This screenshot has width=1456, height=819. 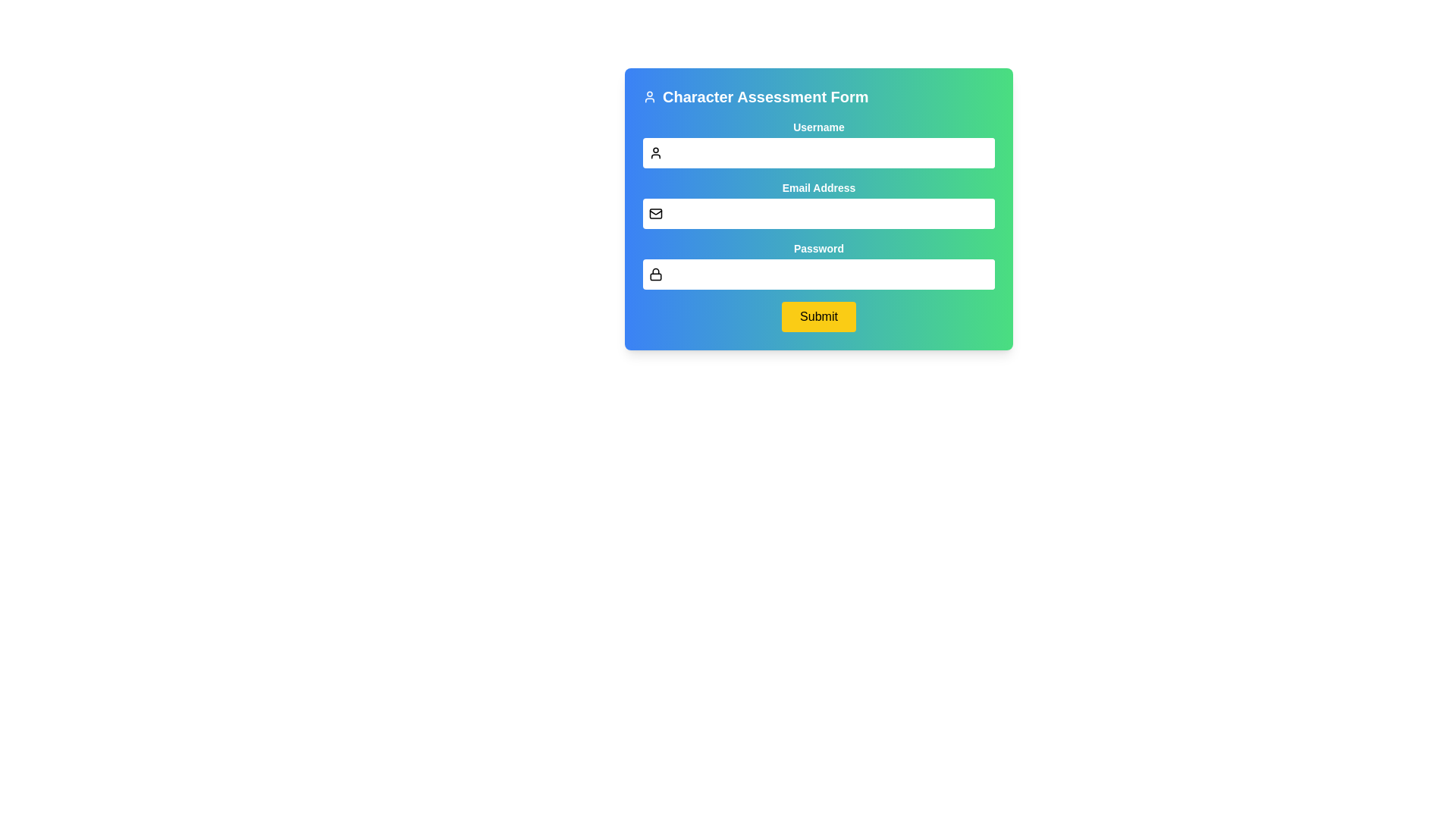 I want to click on the mail icon in the input field labeled 'Email Address' for additional context, so click(x=818, y=205).